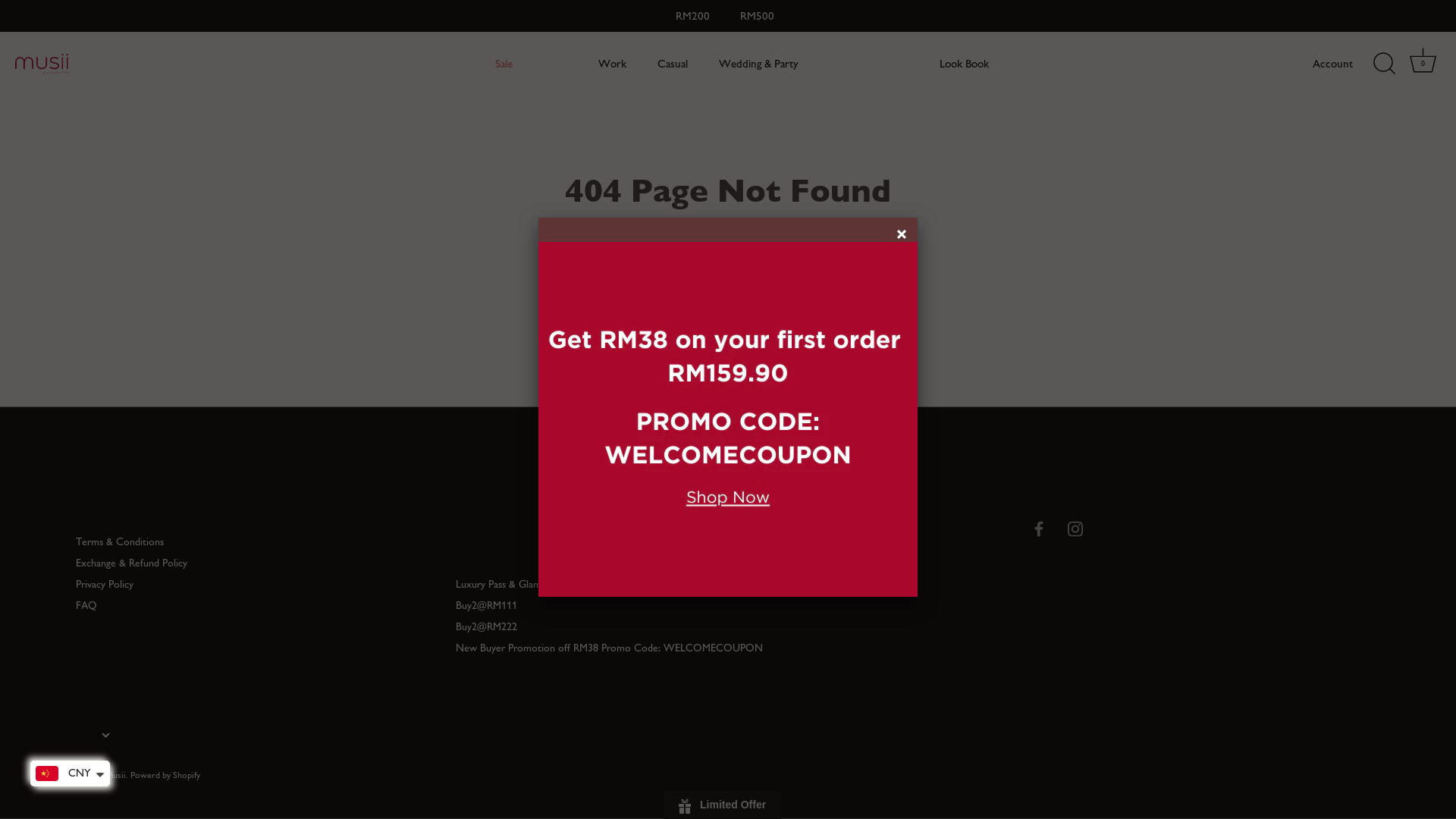 The width and height of the screenshot is (1456, 819). I want to click on 'Powerd by Shopify', so click(165, 774).